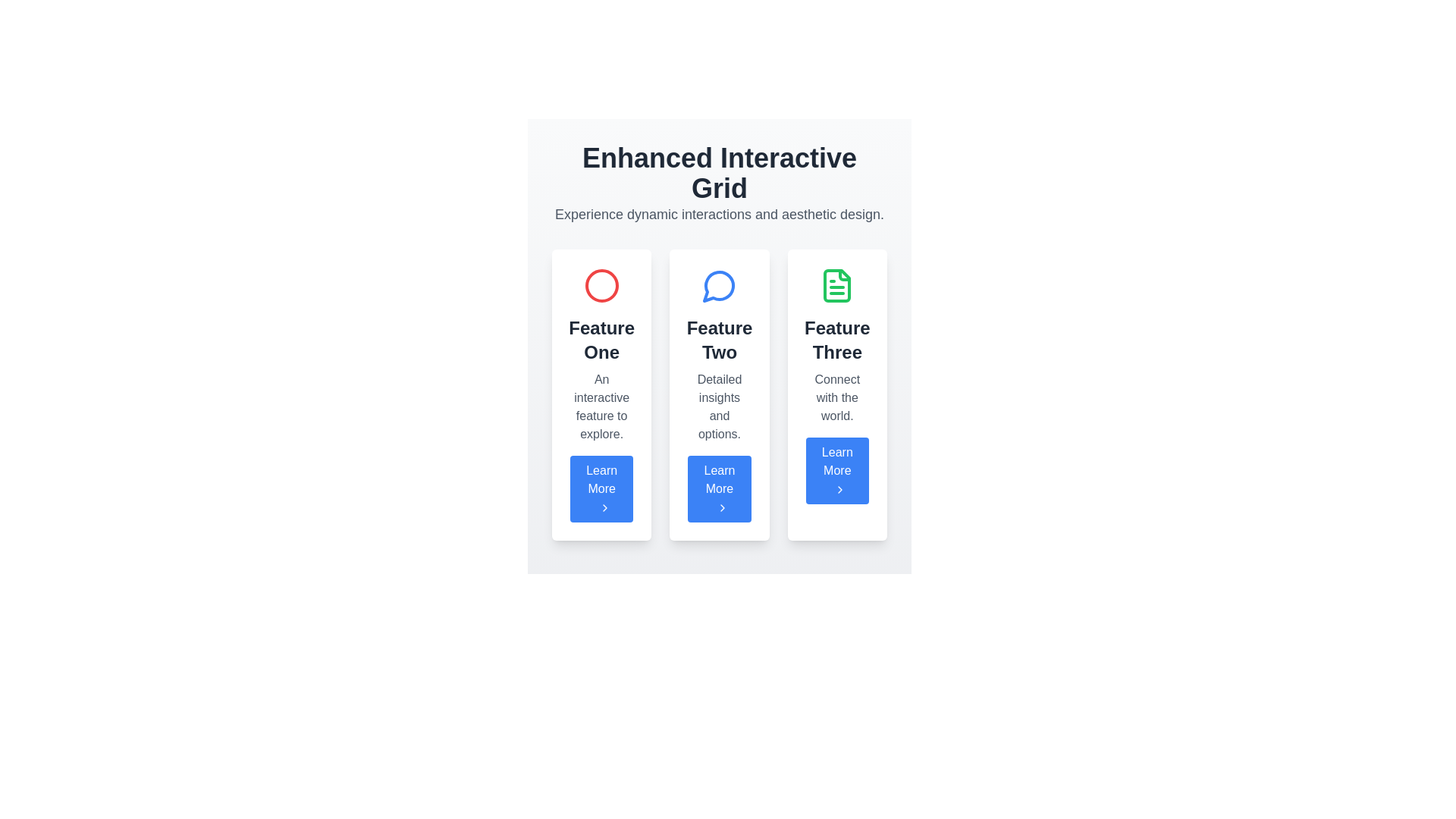  What do you see at coordinates (719, 172) in the screenshot?
I see `the header text element that introduces the section, which is centrally positioned above the sibling text 'Experience dynamic interactions and aesthetic design.'` at bounding box center [719, 172].